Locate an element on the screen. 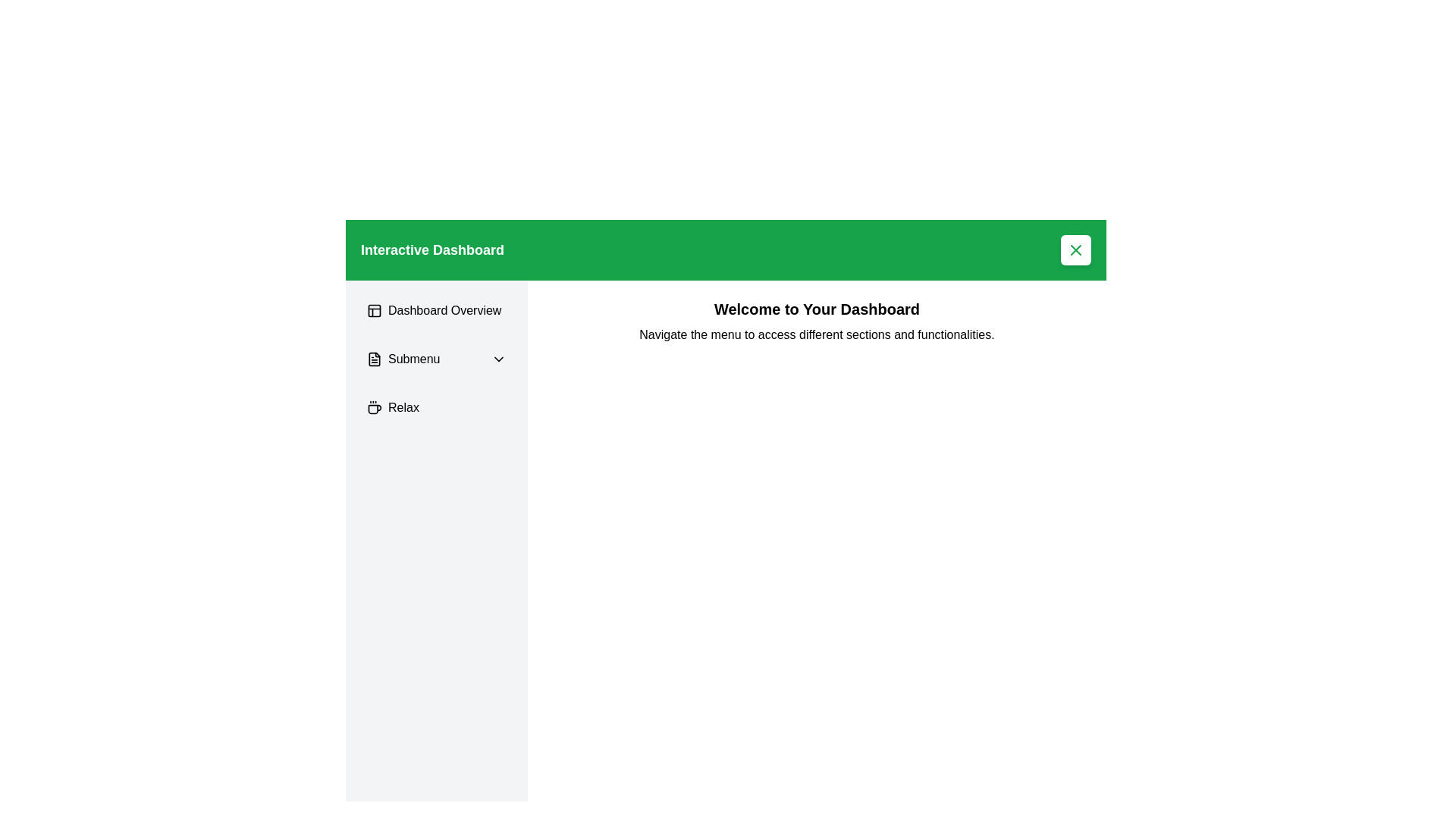 Image resolution: width=1456 pixels, height=819 pixels. the Menu Label with Icon located in the vertical navigation sidebar is located at coordinates (403, 359).